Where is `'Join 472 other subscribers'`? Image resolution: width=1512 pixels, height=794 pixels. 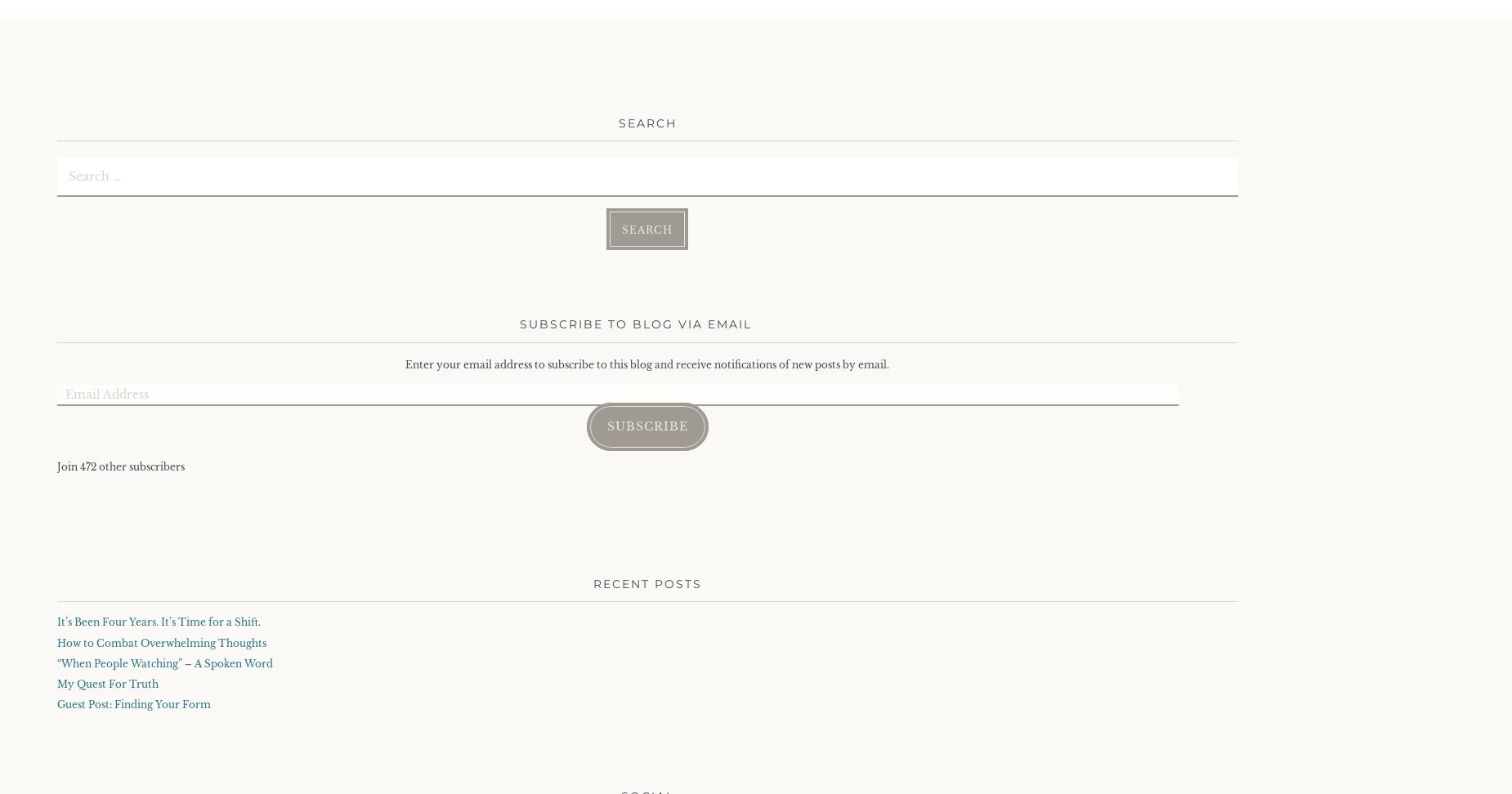 'Join 472 other subscribers' is located at coordinates (56, 466).